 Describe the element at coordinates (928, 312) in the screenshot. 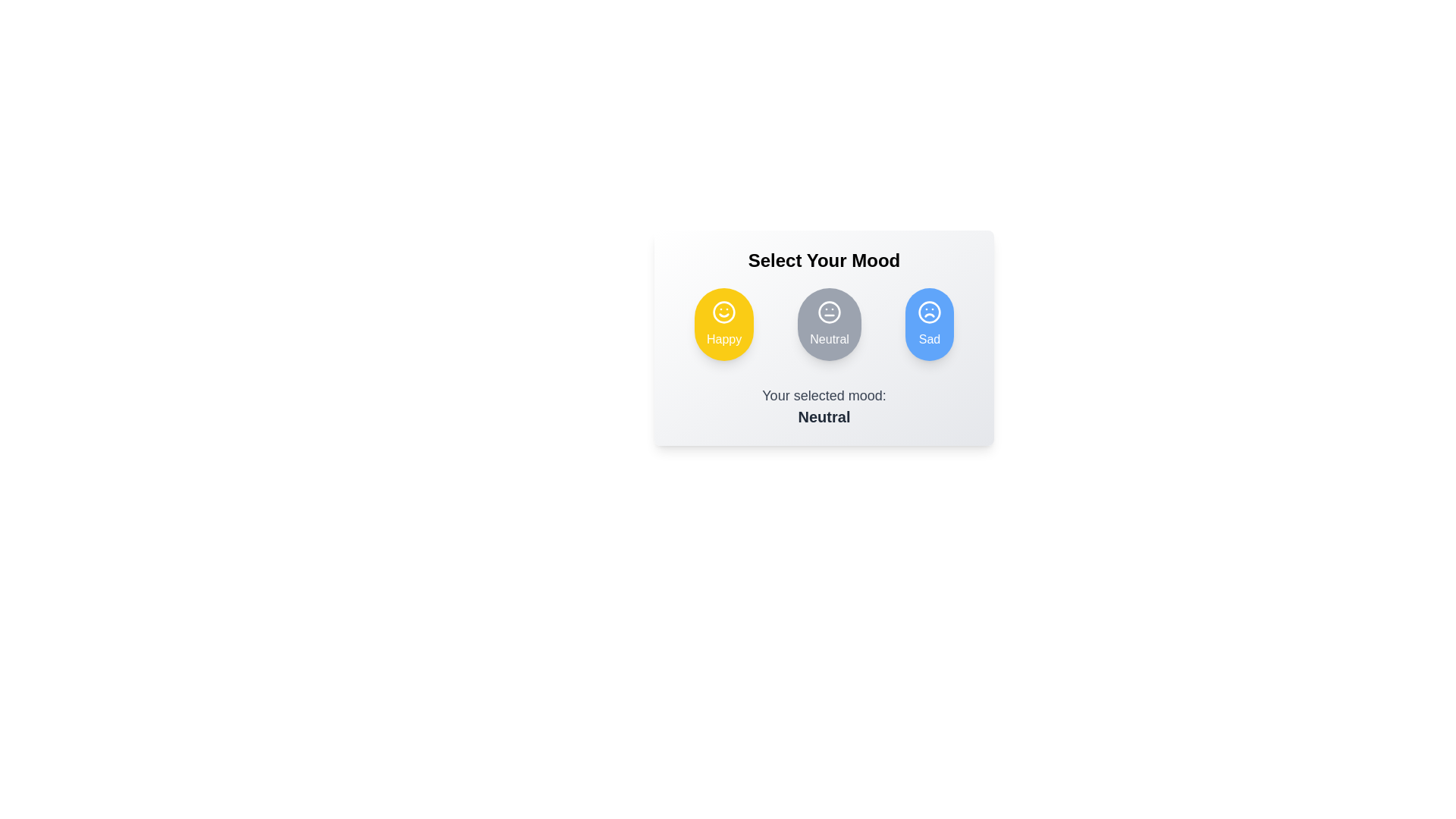

I see `the outer ring of the face icon represented by a stroke circle with no fill, which is part of the 'Sad' button among the mood selection options` at that location.